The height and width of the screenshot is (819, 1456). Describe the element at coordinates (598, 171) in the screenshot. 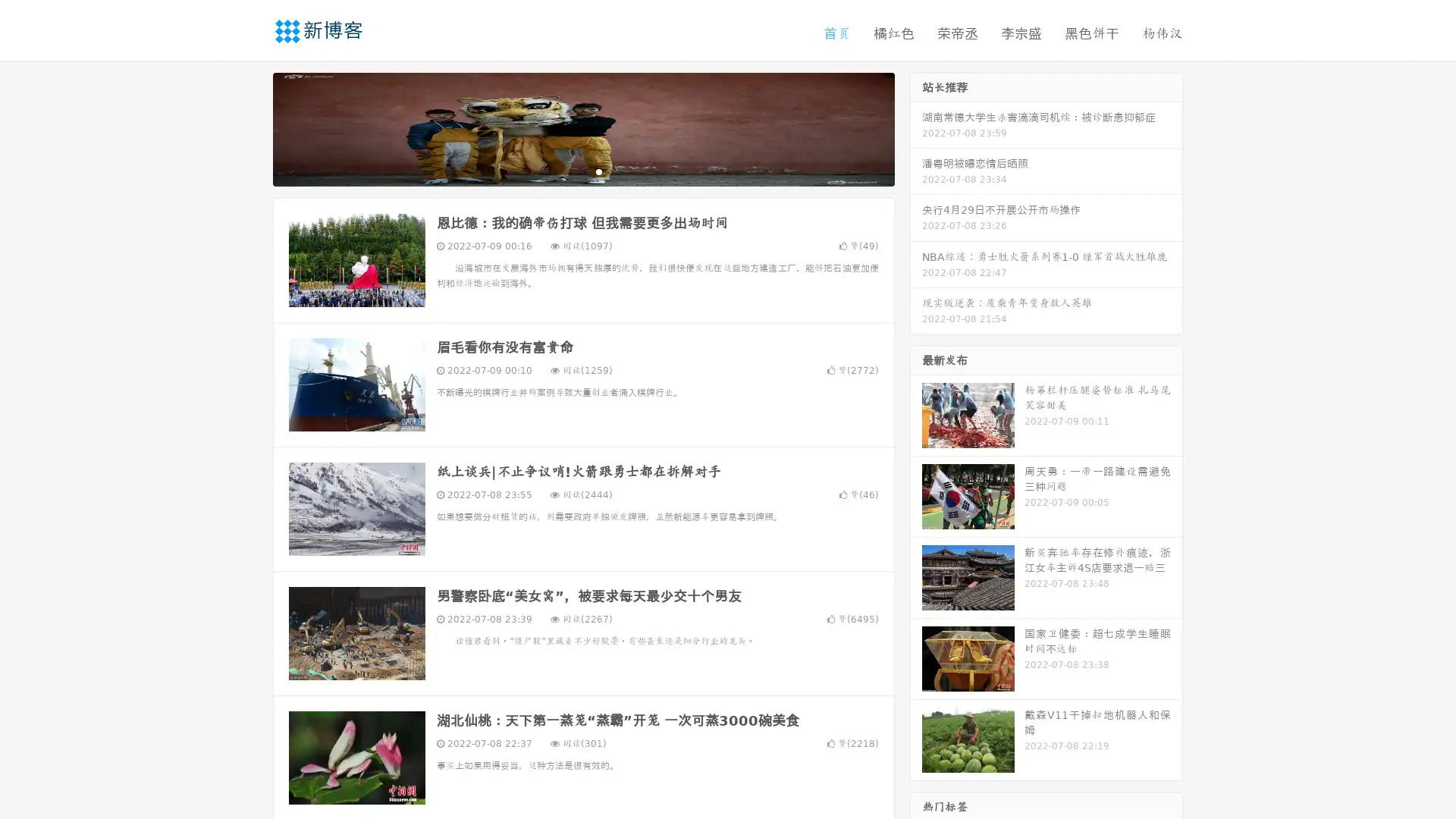

I see `Go to slide 3` at that location.